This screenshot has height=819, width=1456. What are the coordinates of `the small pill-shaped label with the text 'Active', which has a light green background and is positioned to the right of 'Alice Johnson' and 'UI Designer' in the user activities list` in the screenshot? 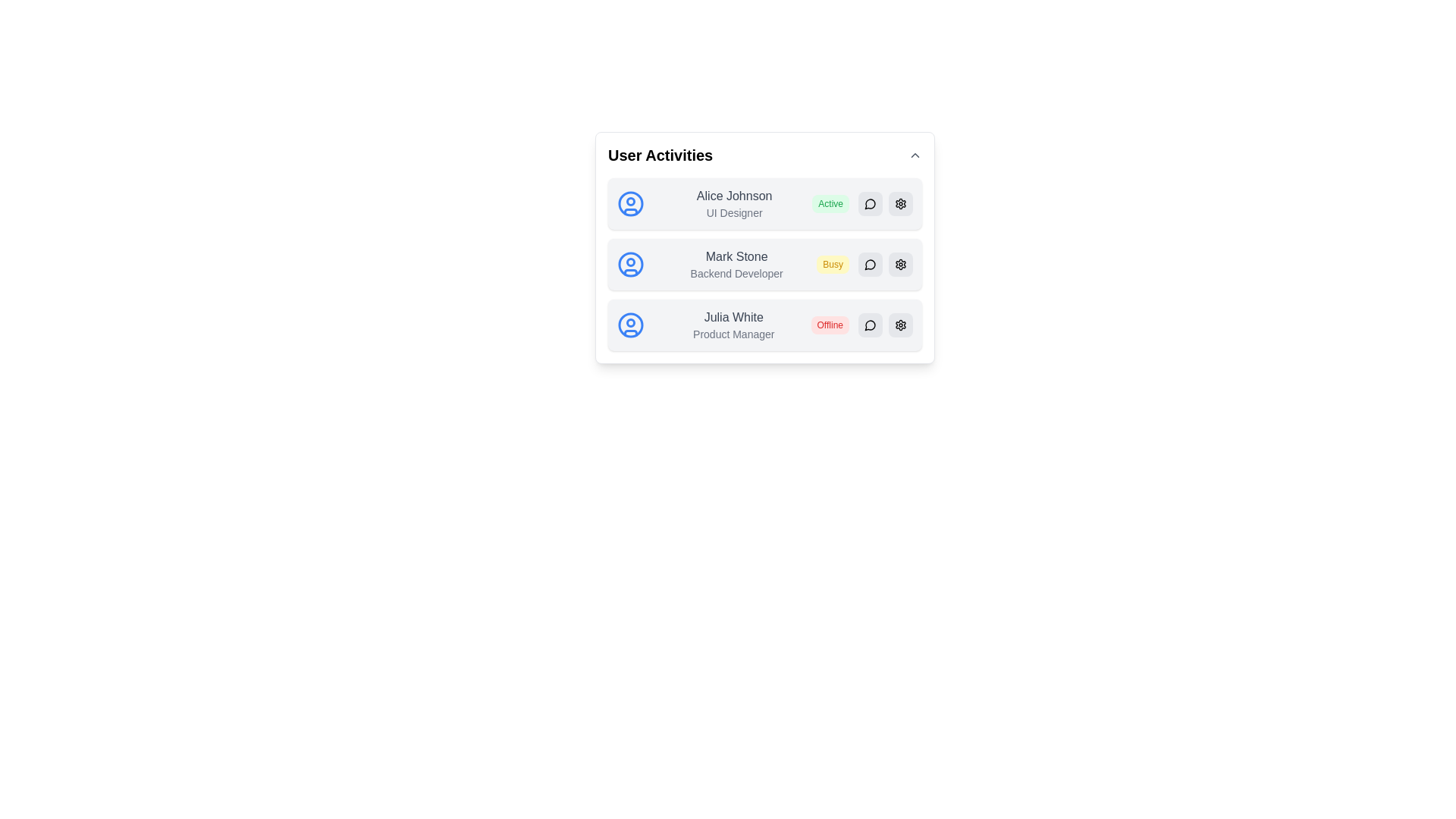 It's located at (830, 203).